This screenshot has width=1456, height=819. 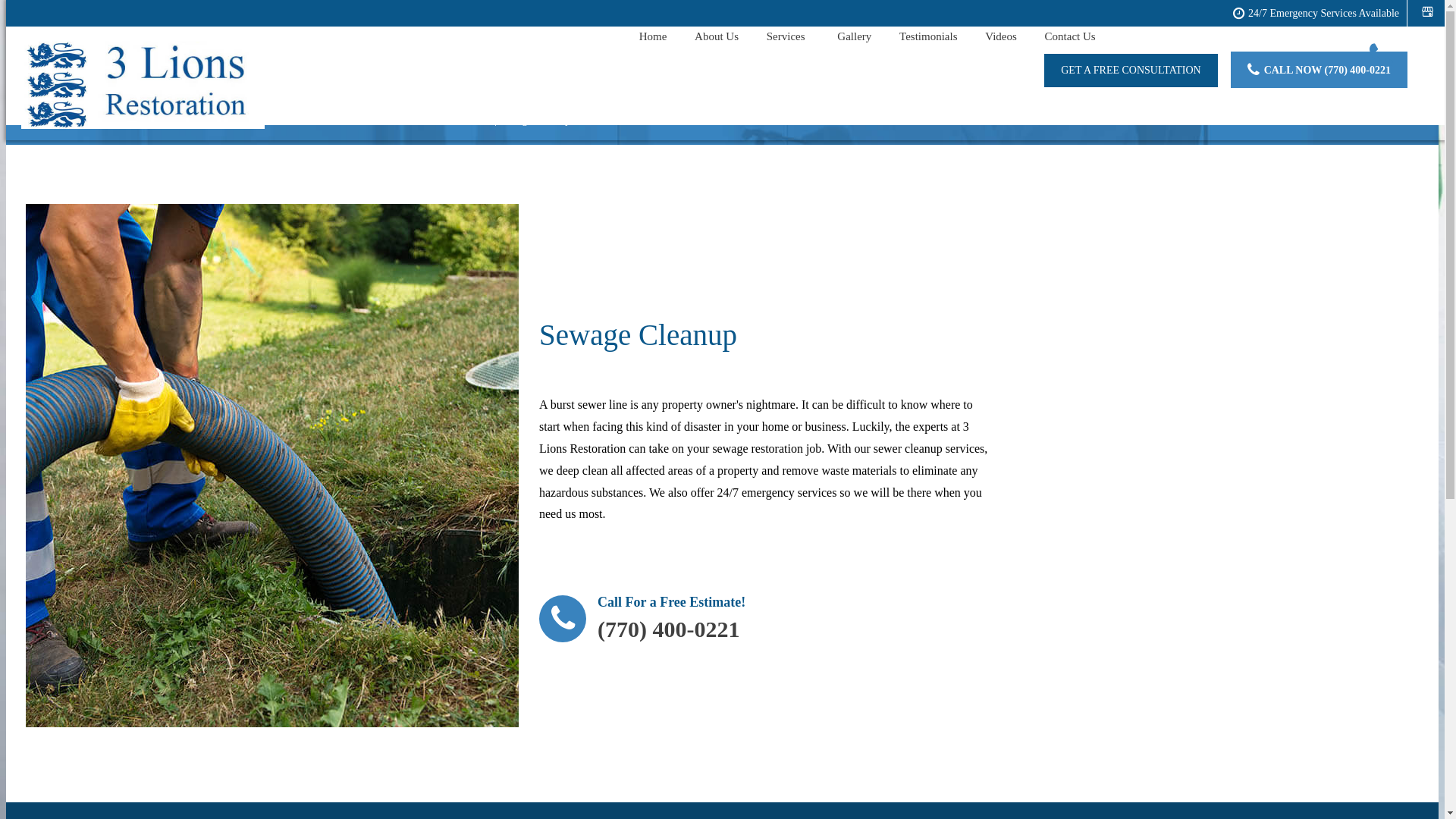 What do you see at coordinates (927, 36) in the screenshot?
I see `'Testimonials'` at bounding box center [927, 36].